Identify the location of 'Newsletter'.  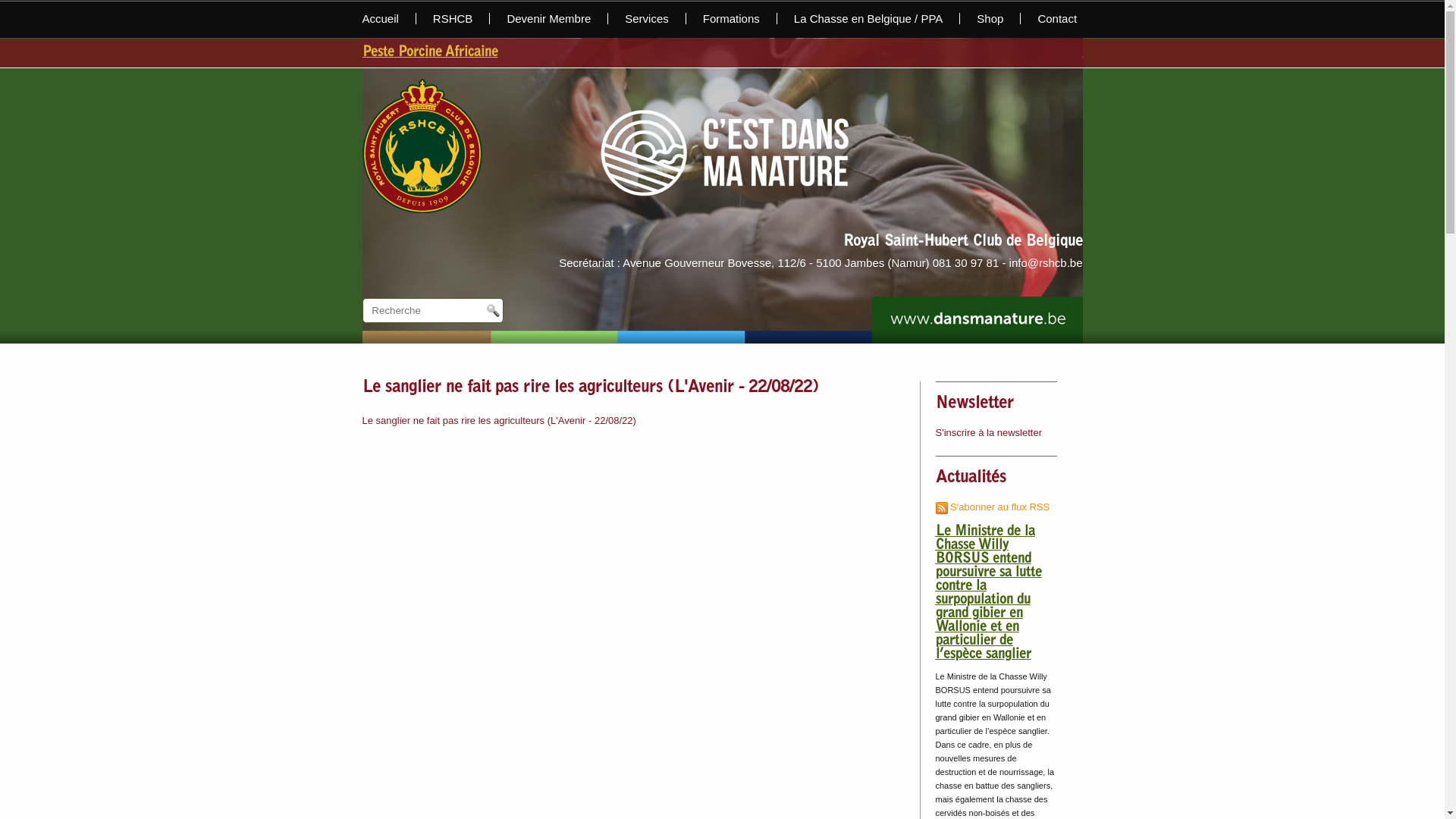
(974, 403).